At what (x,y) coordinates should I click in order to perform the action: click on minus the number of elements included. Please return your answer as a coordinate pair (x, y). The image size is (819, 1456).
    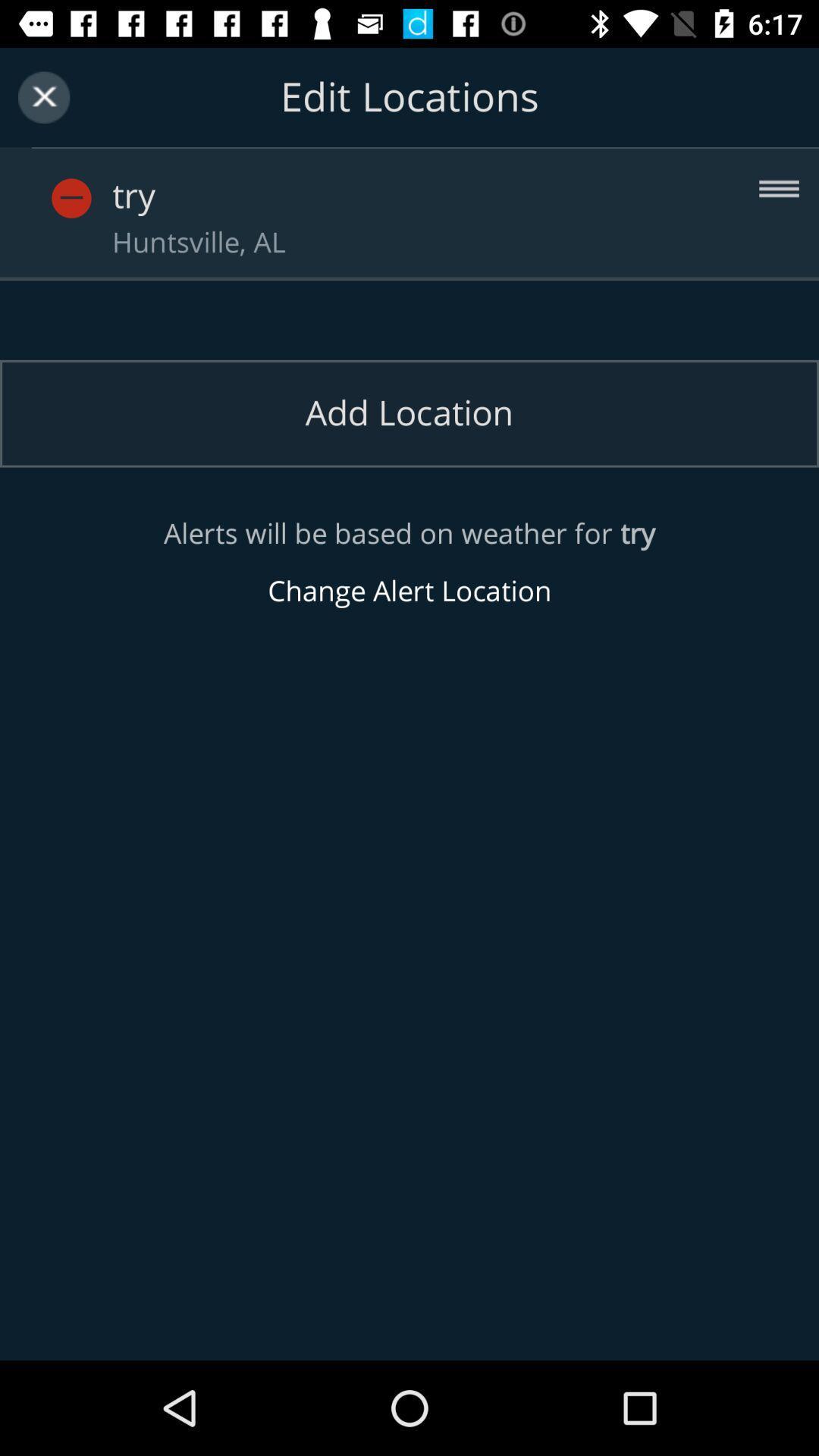
    Looking at the image, I should click on (99, 182).